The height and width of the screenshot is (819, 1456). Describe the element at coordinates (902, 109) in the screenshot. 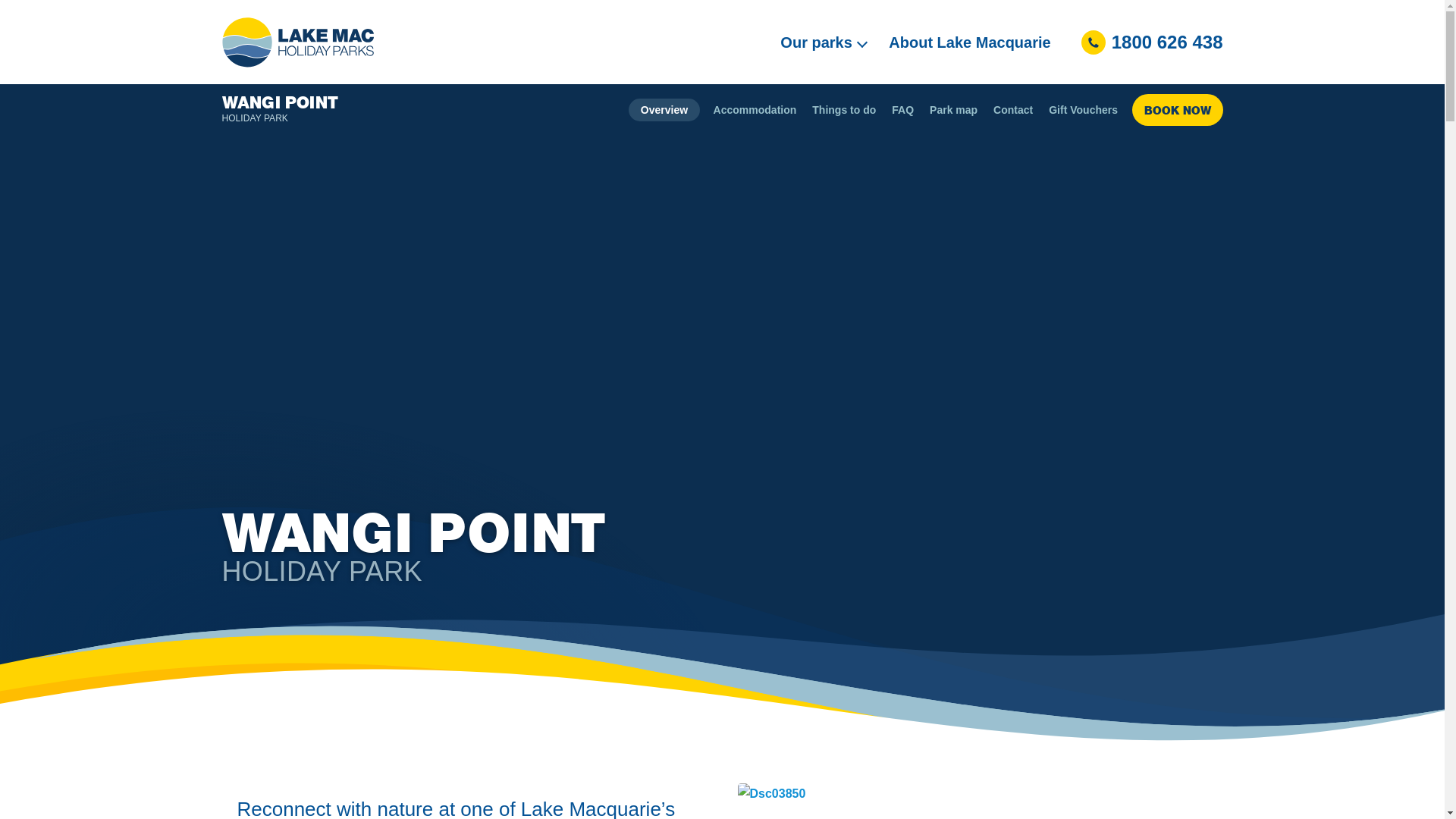

I see `'FAQ'` at that location.